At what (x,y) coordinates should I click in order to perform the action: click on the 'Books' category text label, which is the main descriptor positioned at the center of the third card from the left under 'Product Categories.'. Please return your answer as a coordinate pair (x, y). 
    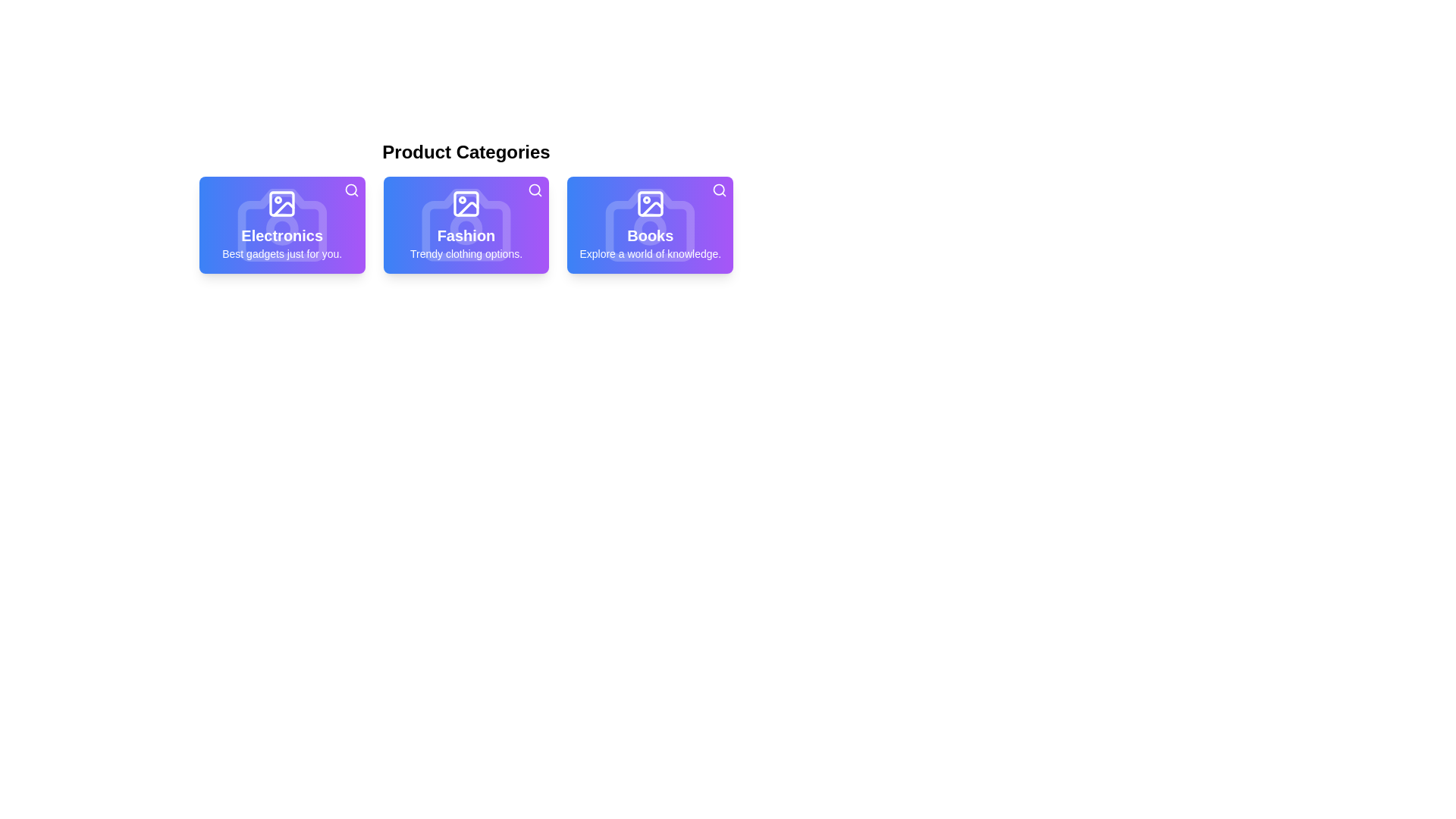
    Looking at the image, I should click on (650, 236).